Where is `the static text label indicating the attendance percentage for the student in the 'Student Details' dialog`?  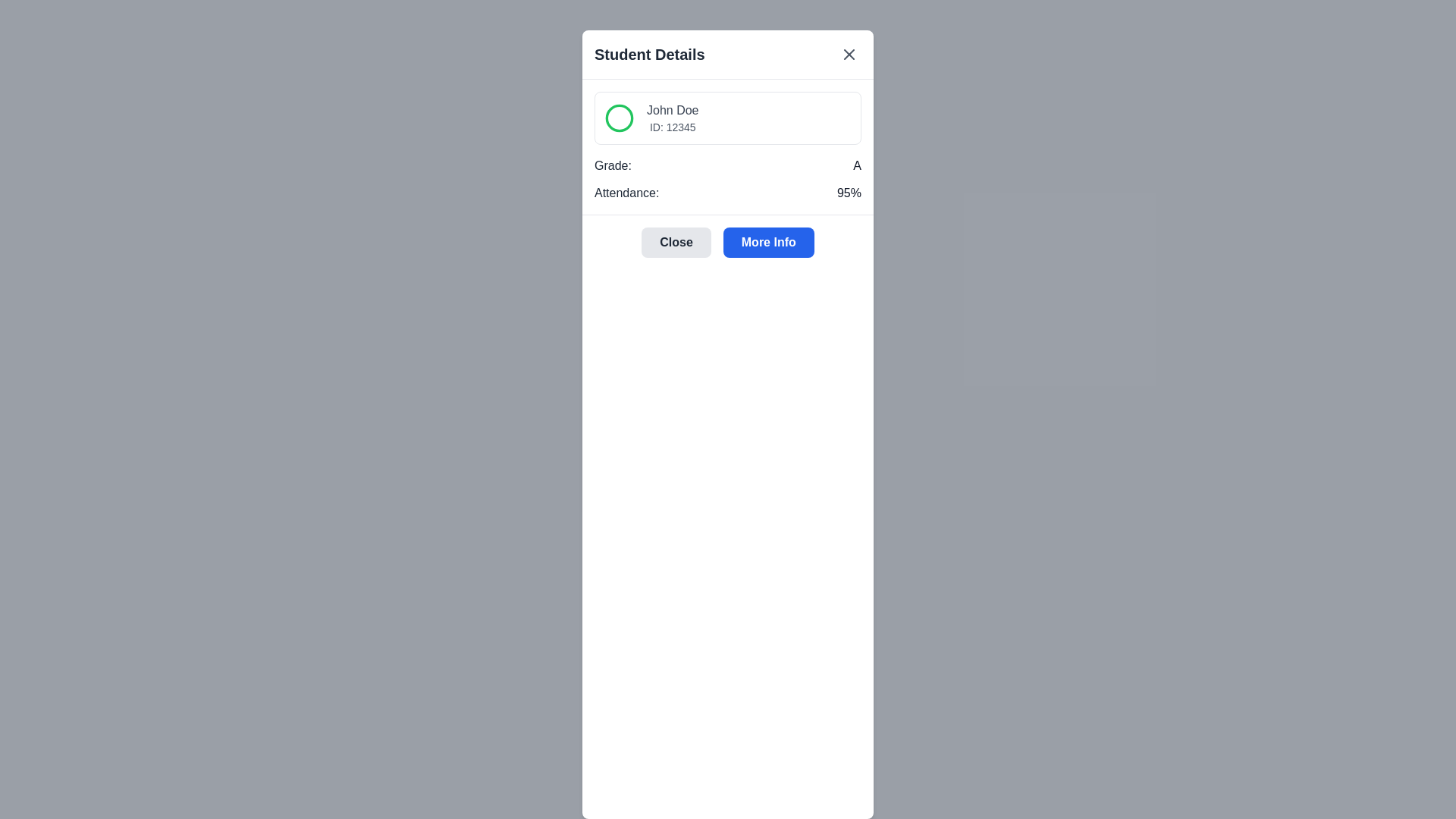
the static text label indicating the attendance percentage for the student in the 'Student Details' dialog is located at coordinates (848, 192).